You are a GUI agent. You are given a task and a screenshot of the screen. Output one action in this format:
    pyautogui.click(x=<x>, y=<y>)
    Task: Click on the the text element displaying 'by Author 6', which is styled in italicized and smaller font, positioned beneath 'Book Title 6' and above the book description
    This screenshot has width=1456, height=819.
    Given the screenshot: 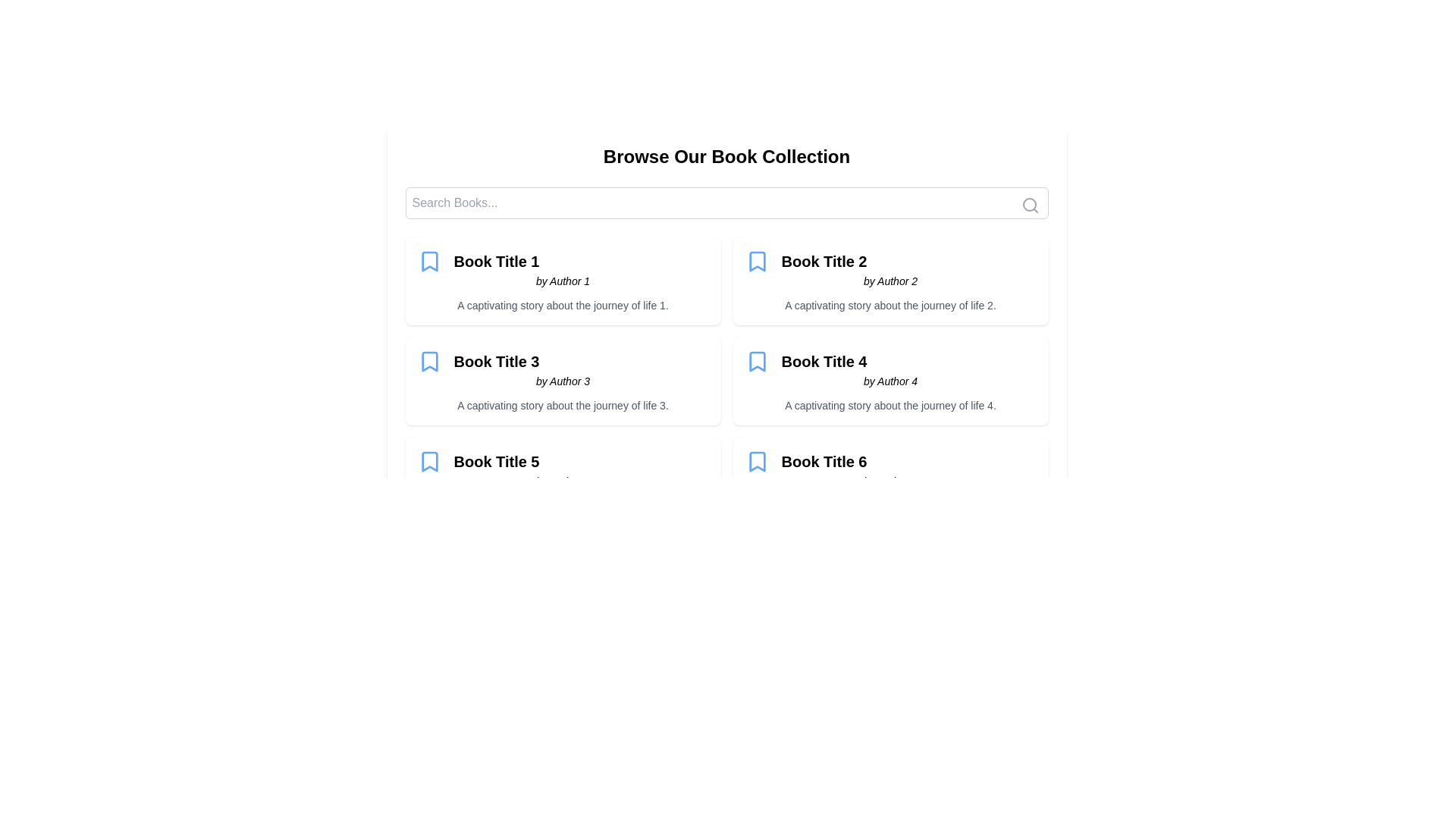 What is the action you would take?
    pyautogui.click(x=890, y=482)
    